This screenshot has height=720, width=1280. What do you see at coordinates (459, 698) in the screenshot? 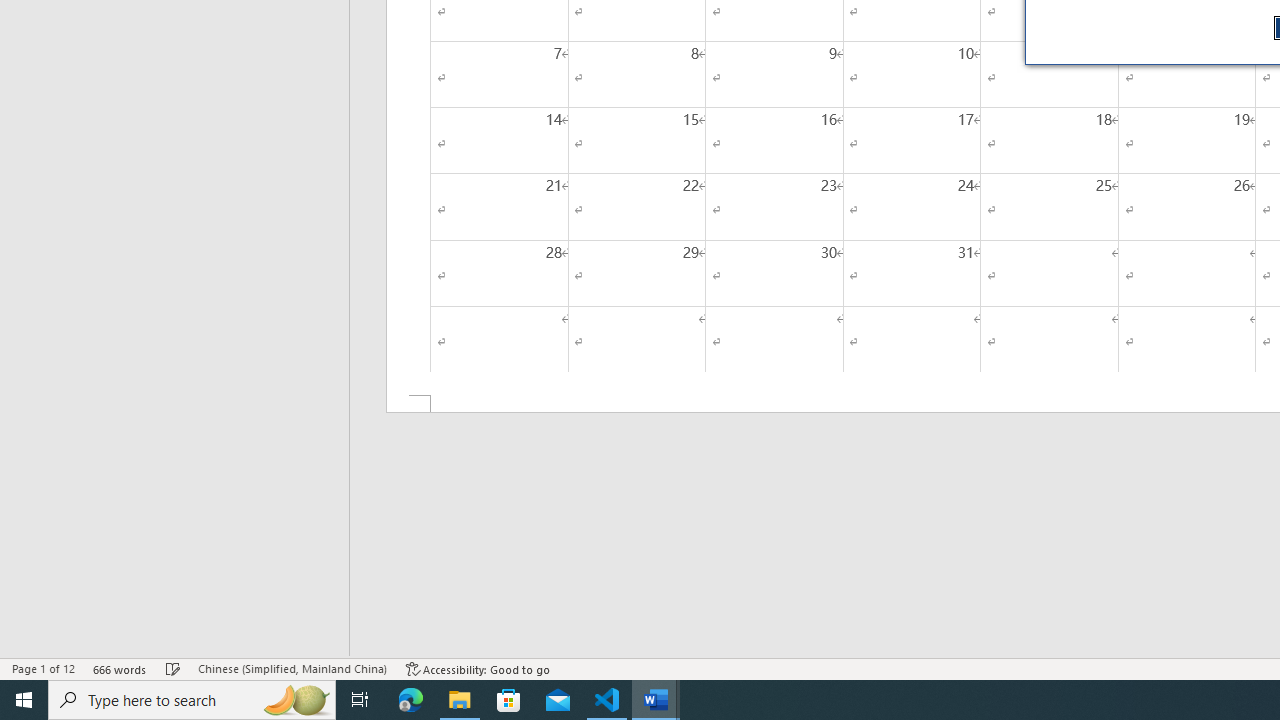
I see `'File Explorer - 1 running window'` at bounding box center [459, 698].